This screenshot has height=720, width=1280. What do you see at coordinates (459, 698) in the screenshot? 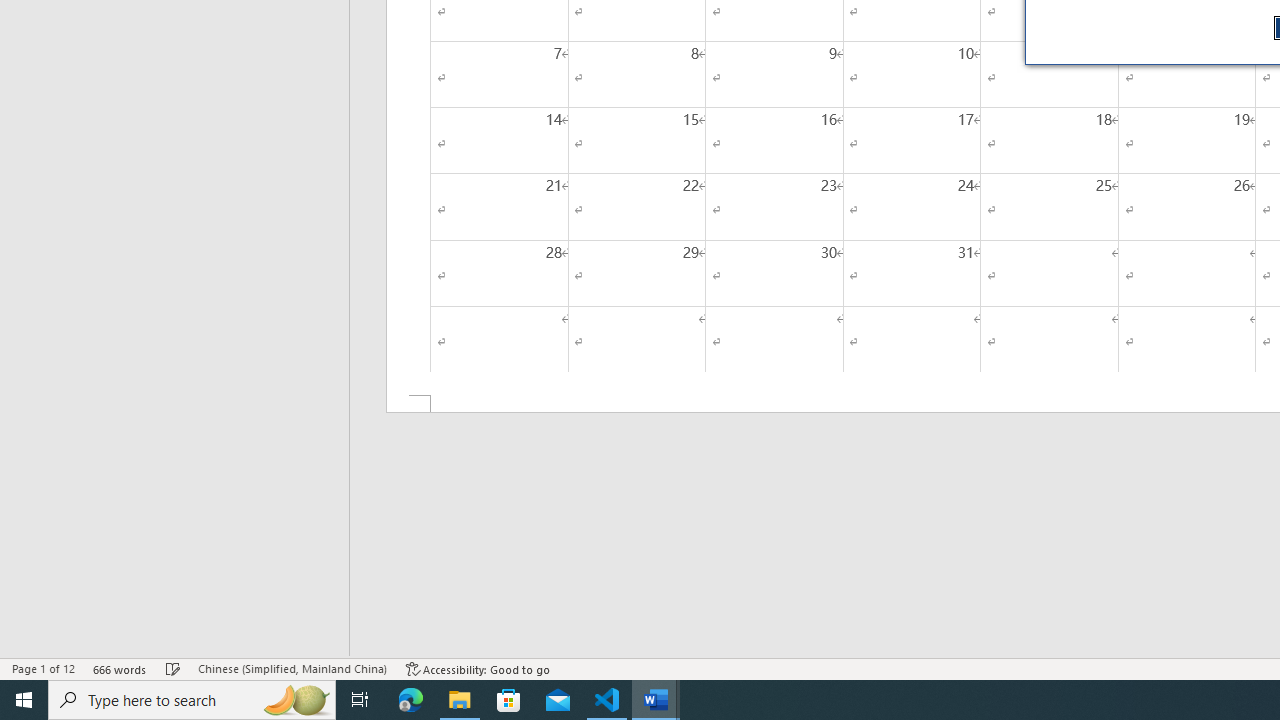
I see `'File Explorer - 1 running window'` at bounding box center [459, 698].